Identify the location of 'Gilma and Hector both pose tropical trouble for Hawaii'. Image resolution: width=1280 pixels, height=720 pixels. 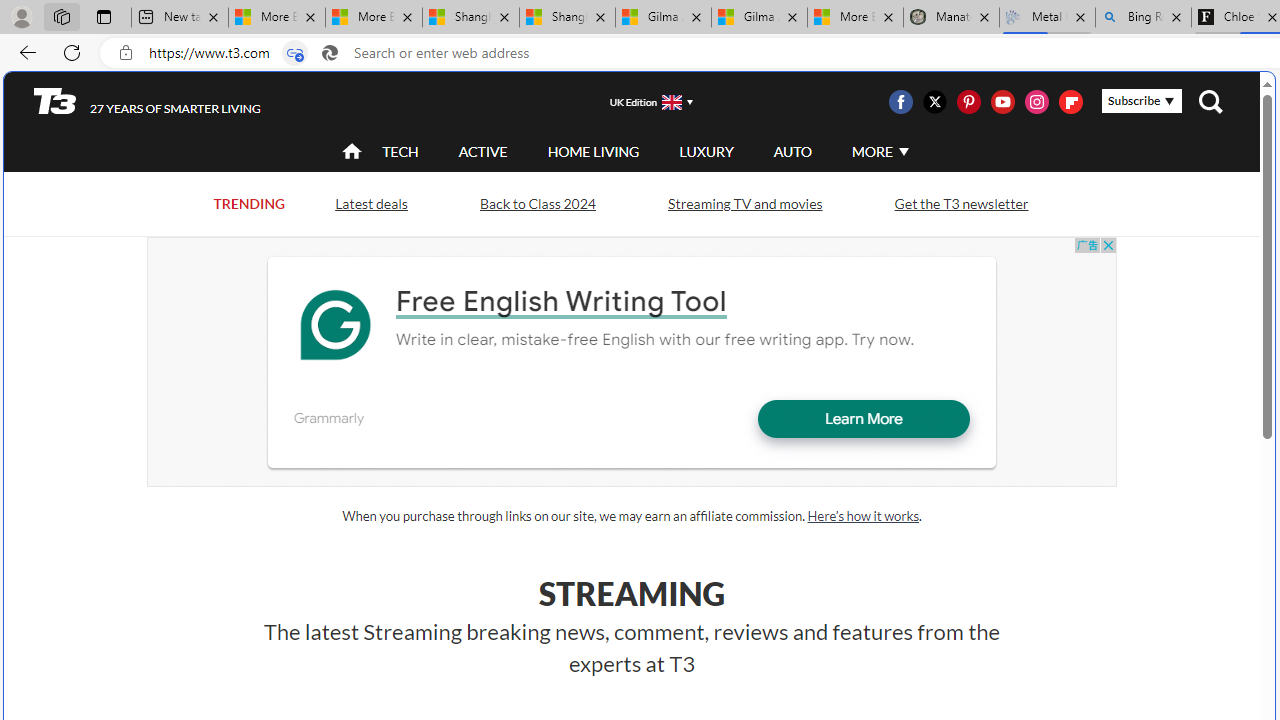
(758, 17).